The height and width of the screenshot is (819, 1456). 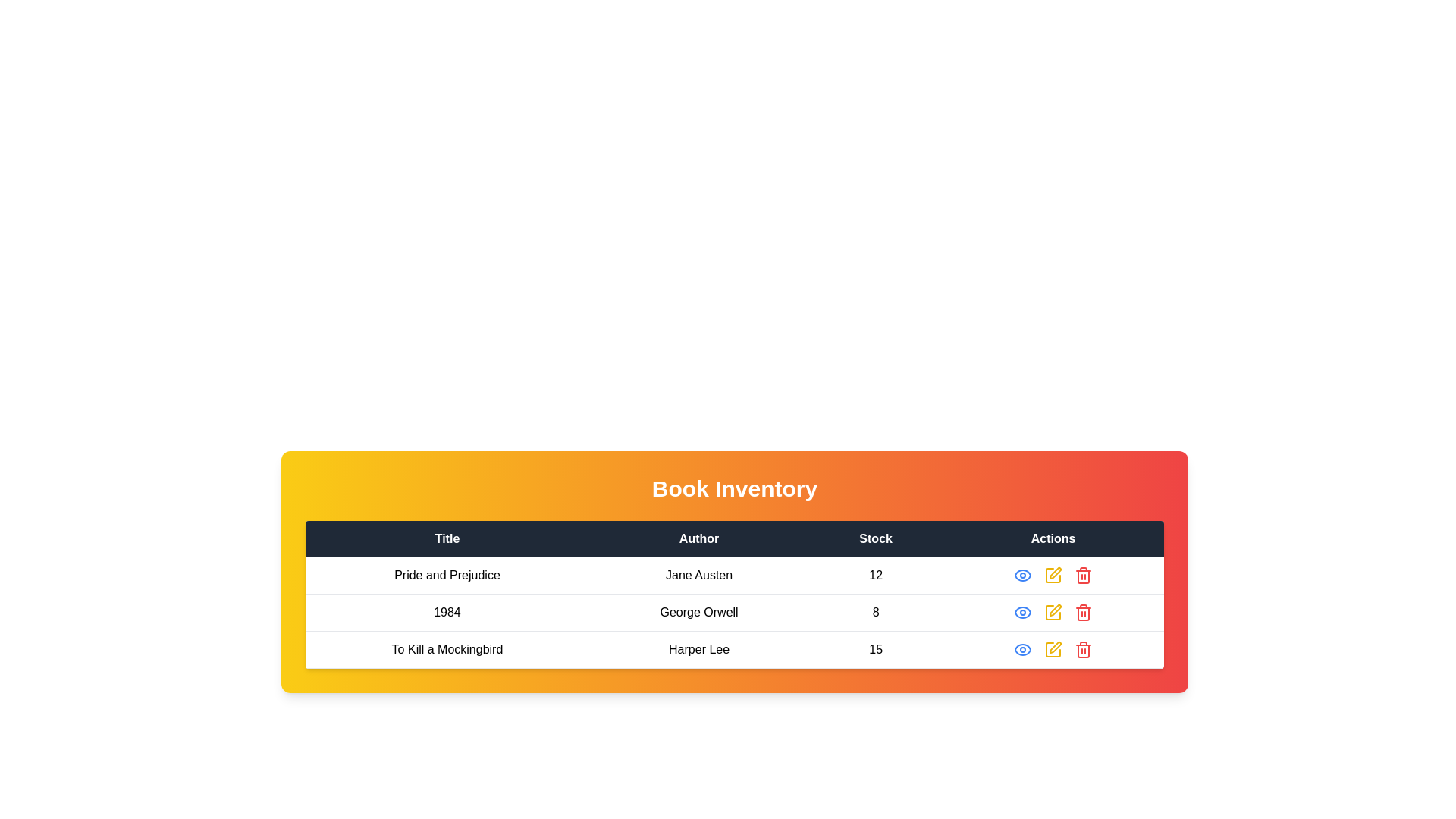 I want to click on the 'Title' text element in the table header, which is displayed in white on a dark blue background and is the first column header, so click(x=447, y=538).